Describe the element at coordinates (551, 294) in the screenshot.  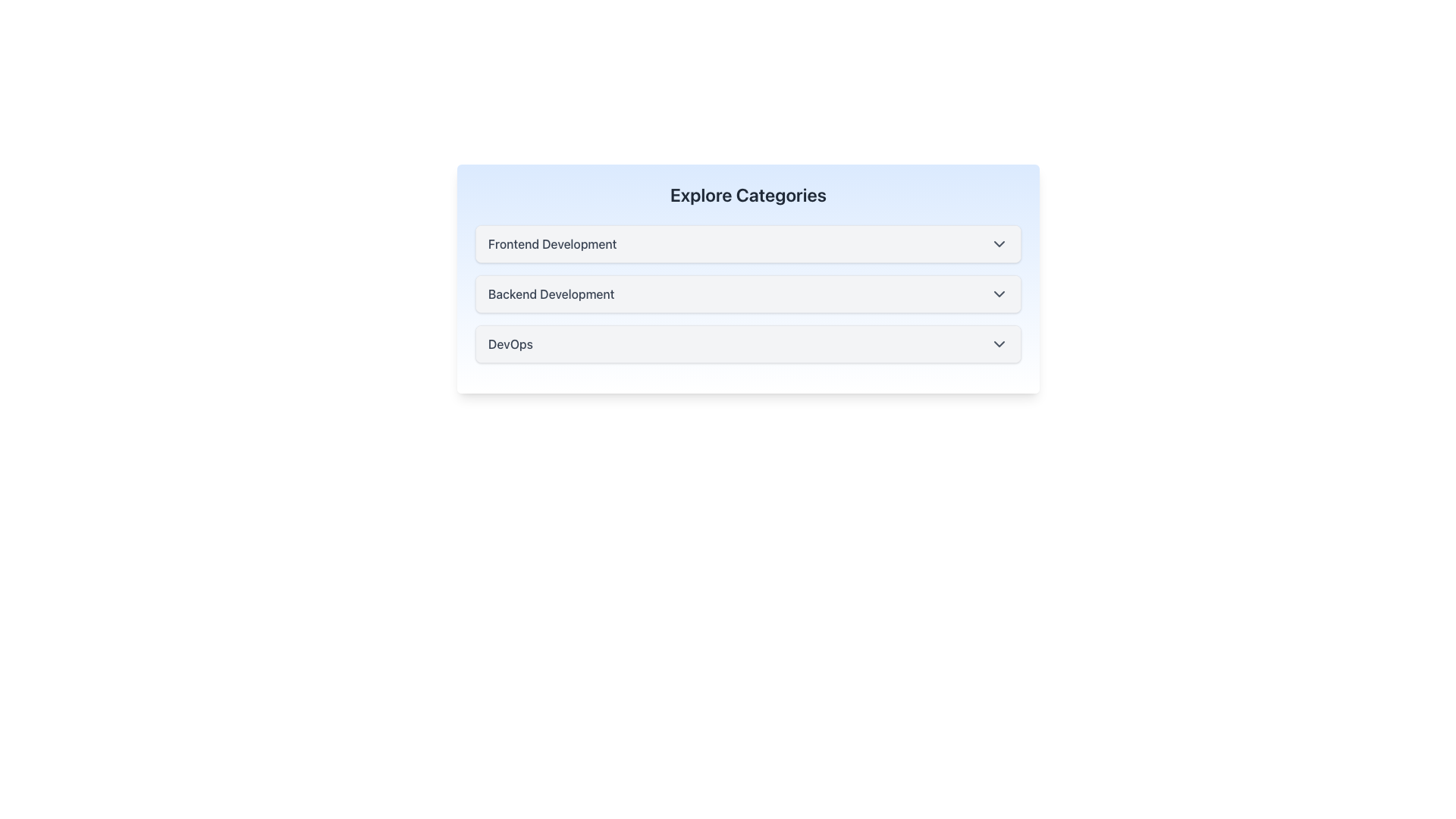
I see `the 'Backend Development' text label in the selectable list under 'Explore Categories'` at that location.